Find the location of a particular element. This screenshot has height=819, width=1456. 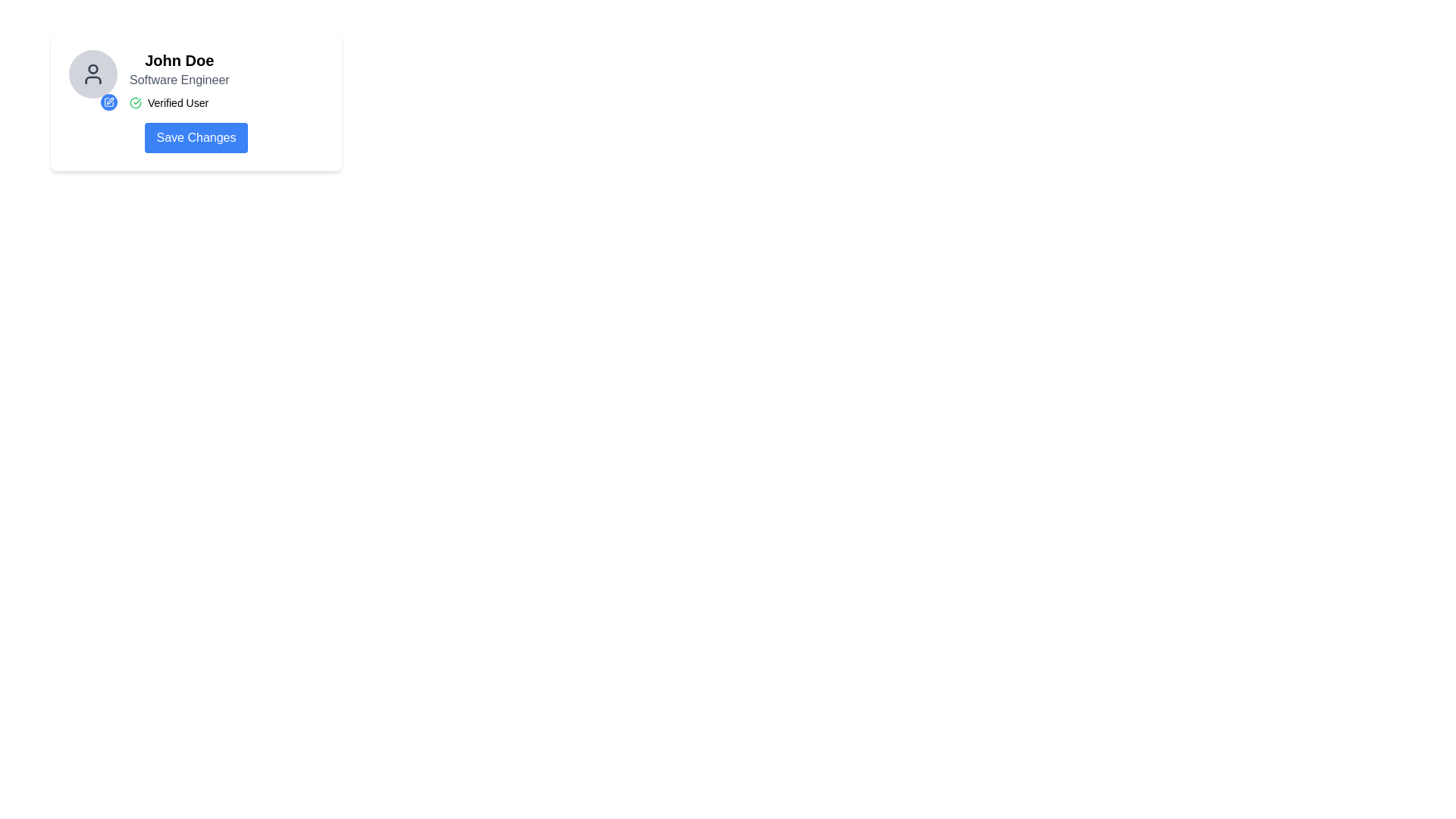

the Text Label that indicates the name of the user or profile displayed in the card, located at the top-left section above the 'Software Engineer' subtitle is located at coordinates (179, 60).